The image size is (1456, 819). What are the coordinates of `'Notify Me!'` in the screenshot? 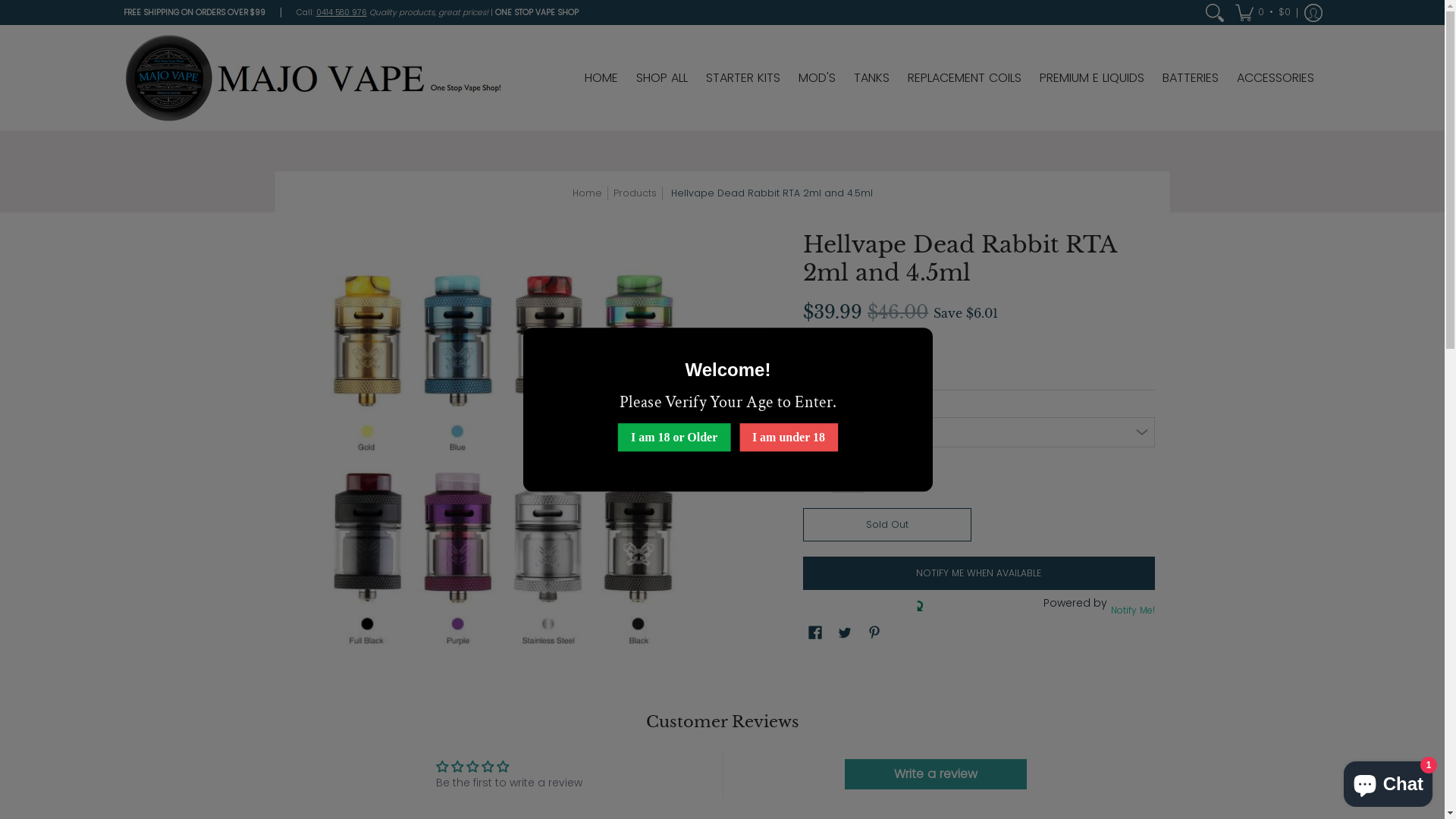 It's located at (1131, 609).